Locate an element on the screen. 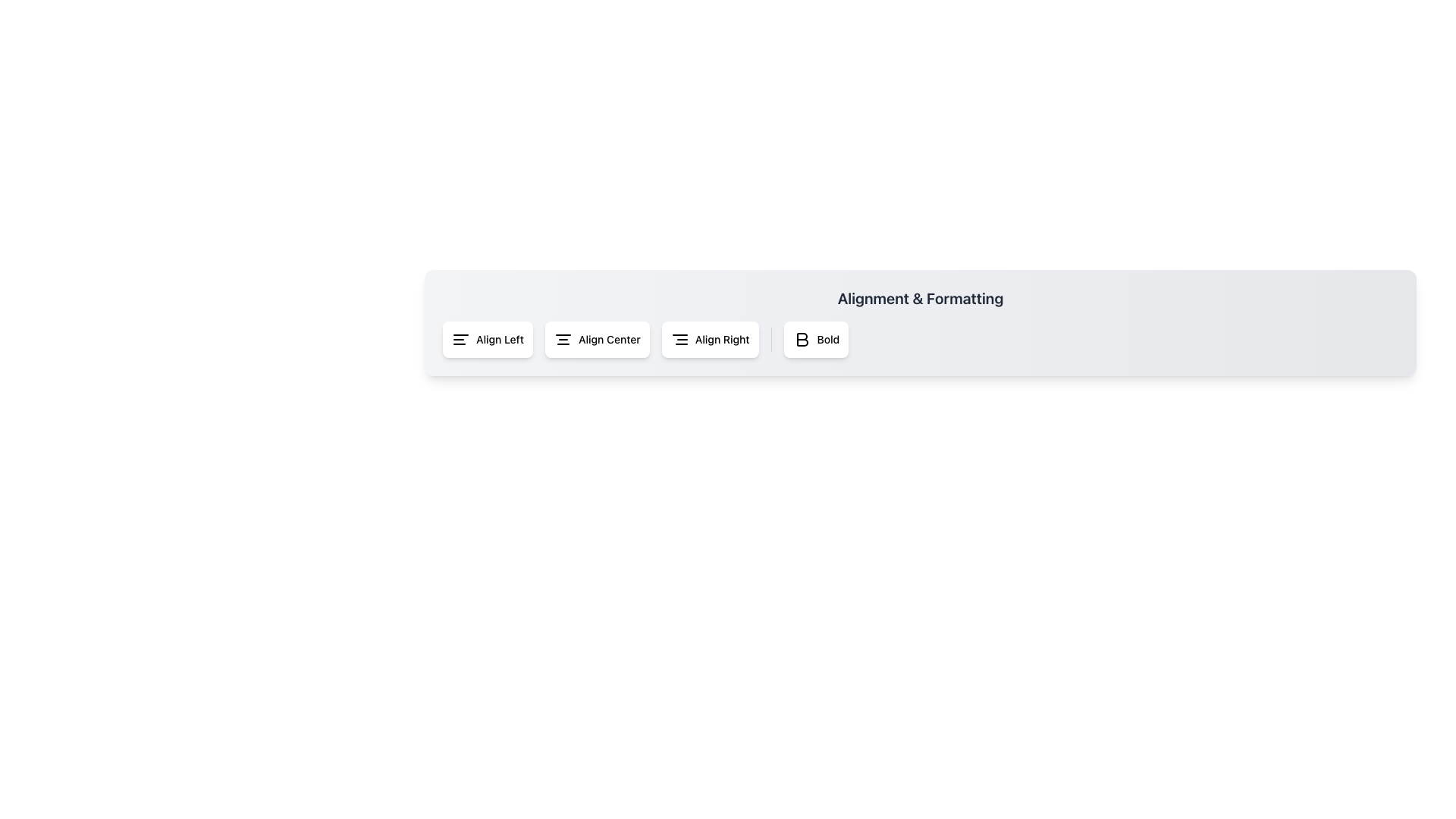  the text label that displays the word 'Bold', which is styled in small font size and aligned right to a bold-styled 'B' icon in the last button of the alignment and formatting toolbar is located at coordinates (827, 338).